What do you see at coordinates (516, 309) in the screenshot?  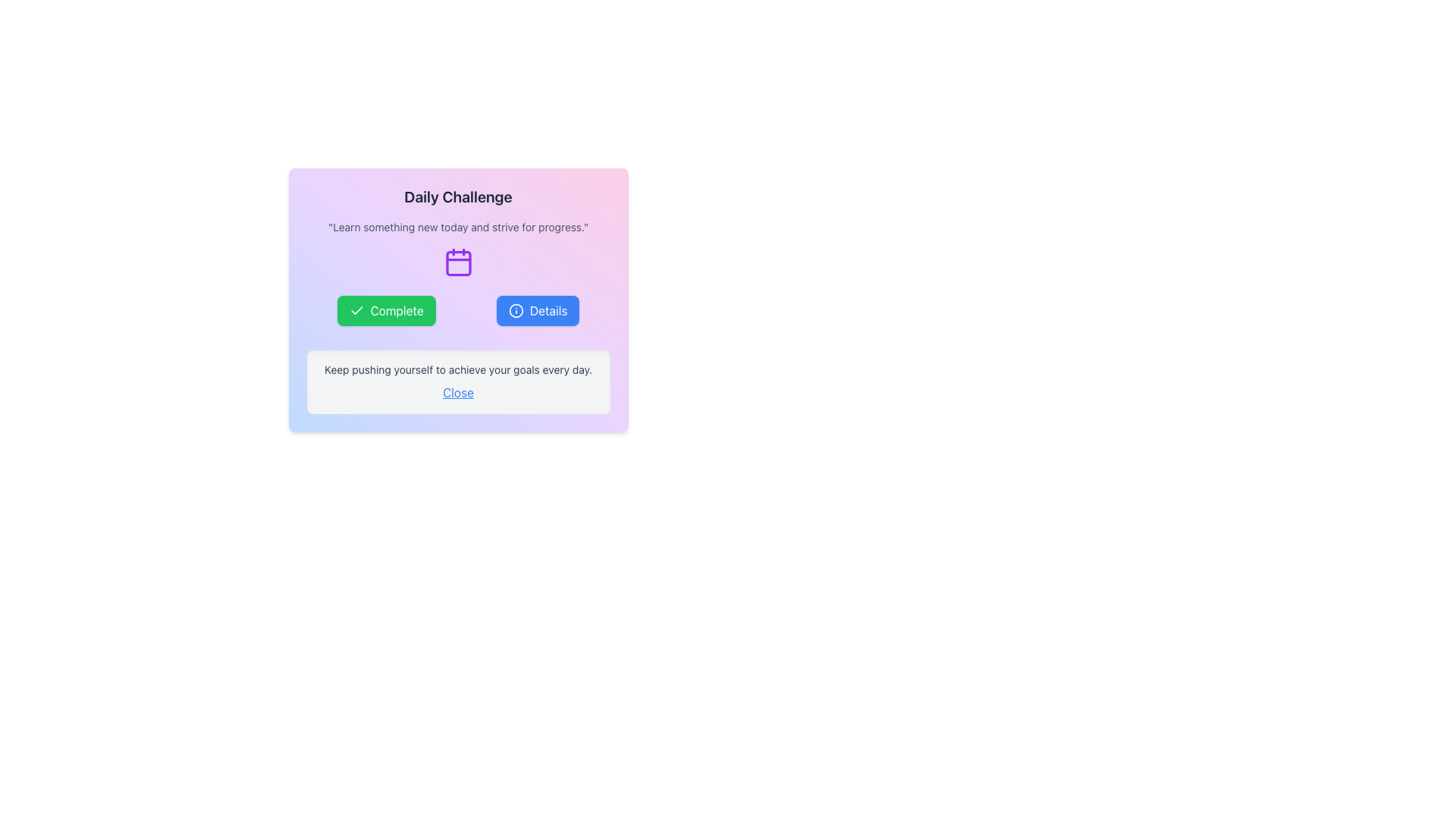 I see `the light blue circular information icon with a white border located to the left of the 'Details' button in the modal` at bounding box center [516, 309].